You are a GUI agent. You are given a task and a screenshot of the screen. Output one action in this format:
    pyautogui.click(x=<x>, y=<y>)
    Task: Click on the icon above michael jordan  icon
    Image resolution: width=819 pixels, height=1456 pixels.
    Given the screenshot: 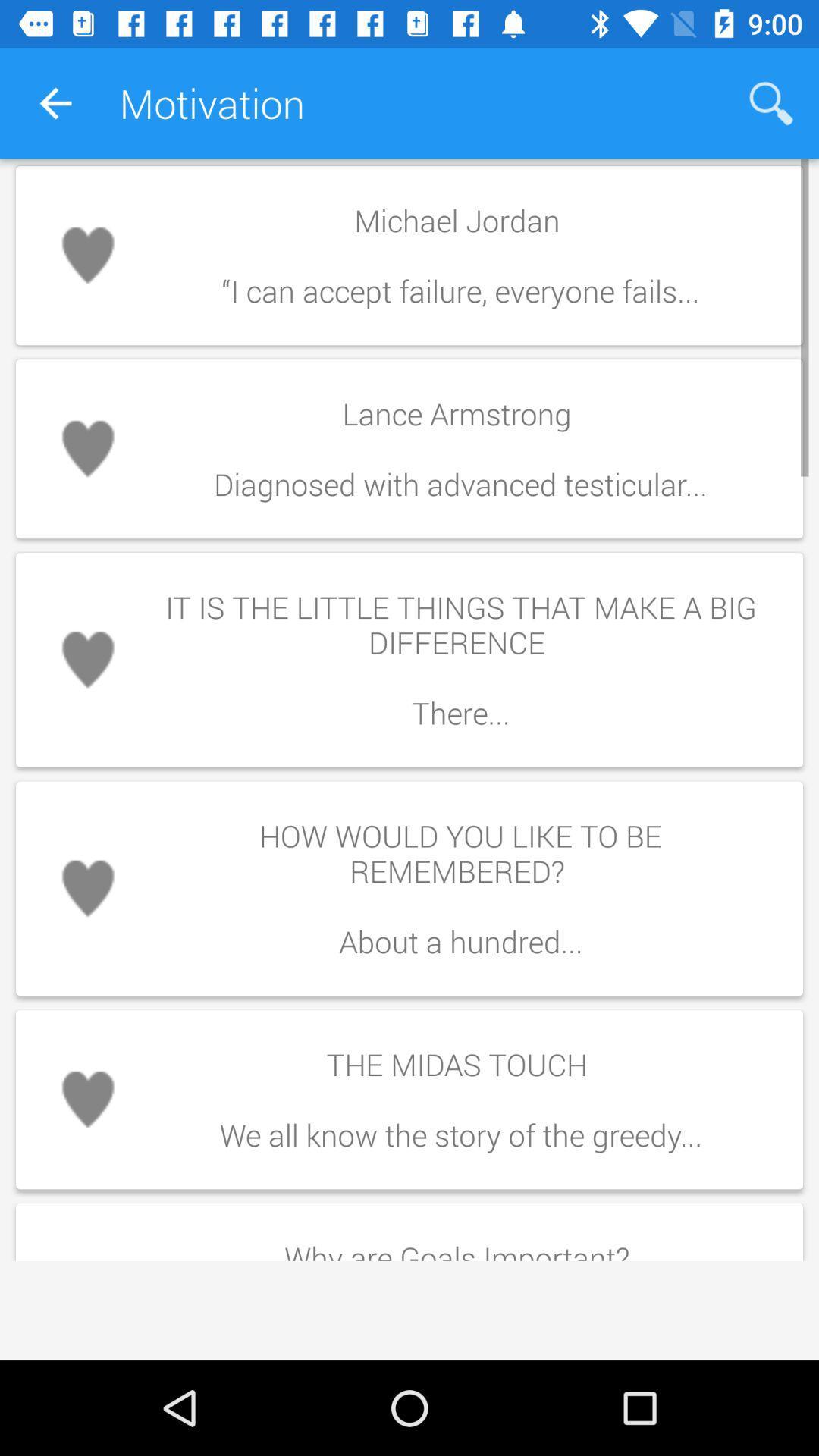 What is the action you would take?
    pyautogui.click(x=771, y=102)
    